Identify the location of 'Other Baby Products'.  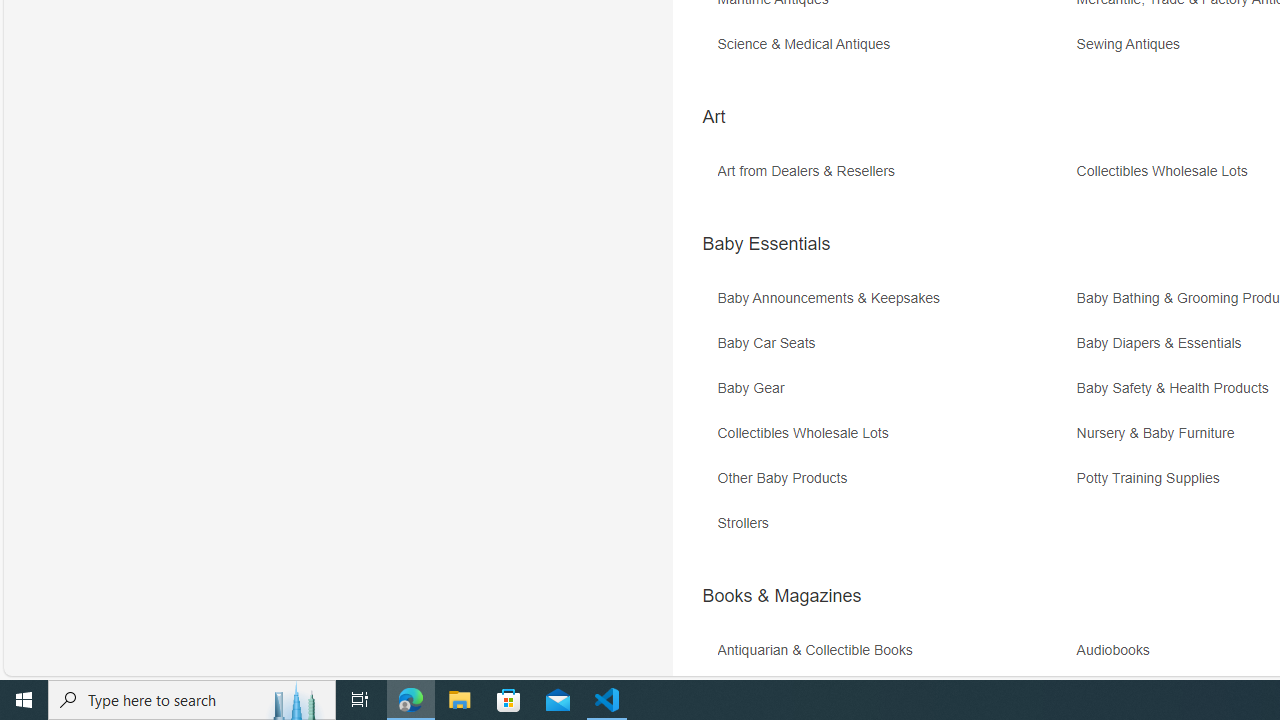
(893, 485).